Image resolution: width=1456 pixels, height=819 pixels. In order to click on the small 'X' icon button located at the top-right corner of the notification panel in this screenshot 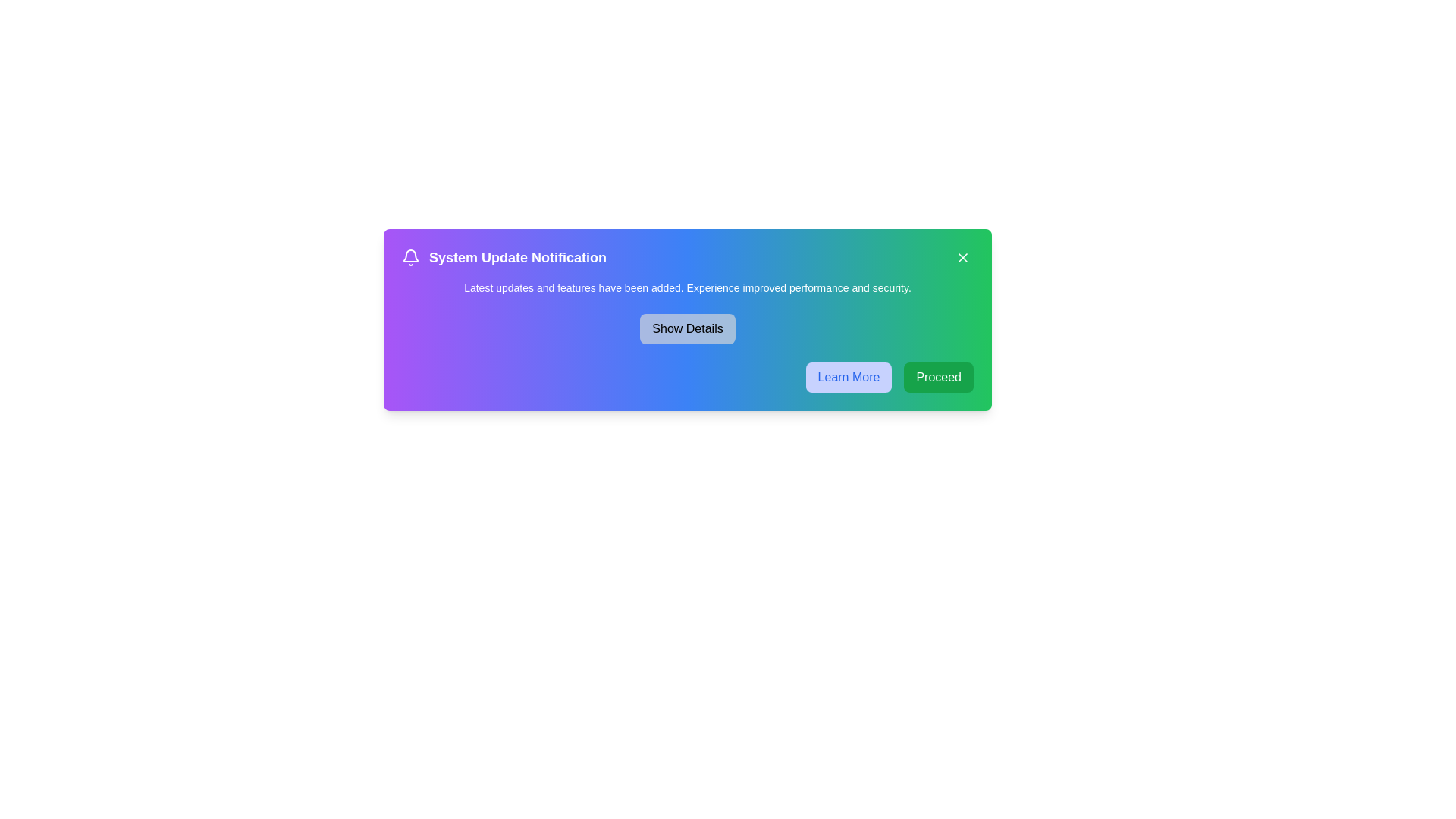, I will do `click(962, 256)`.